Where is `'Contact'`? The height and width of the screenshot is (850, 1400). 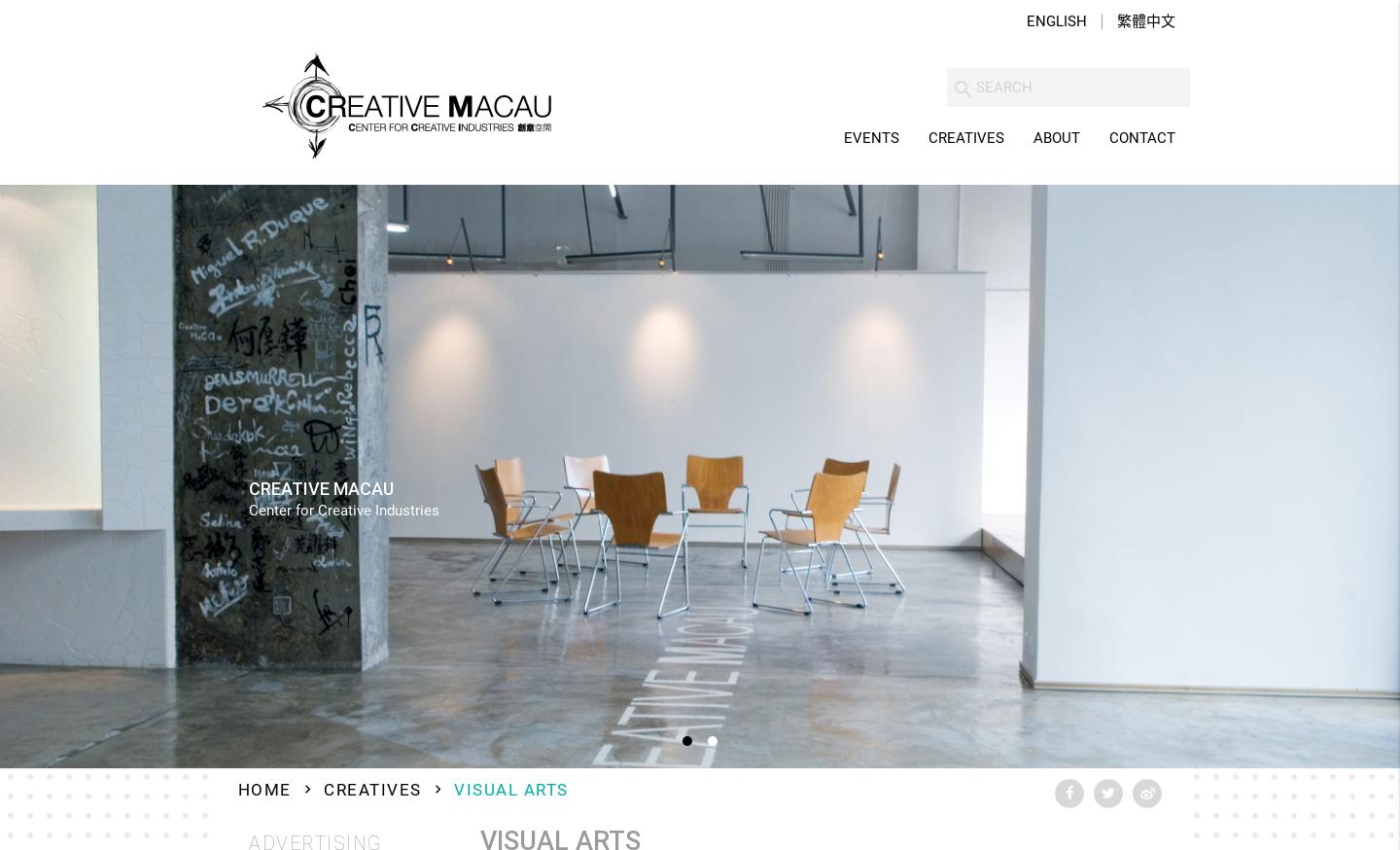
'Contact' is located at coordinates (1142, 138).